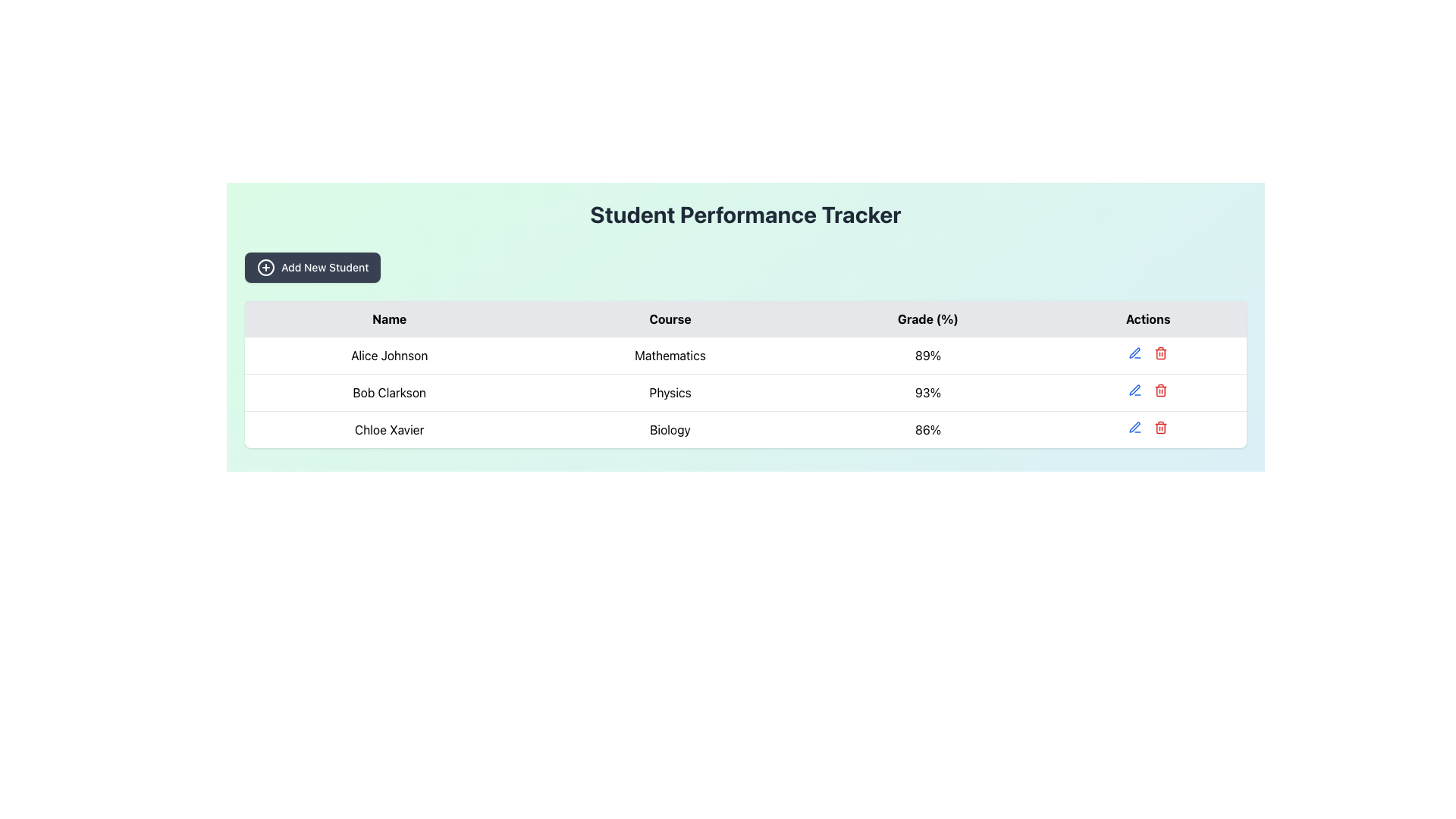 The image size is (1456, 819). What do you see at coordinates (927, 391) in the screenshot?
I see `the text label that displays the grade percentage for the course 'Physics' in the context of student 'Bob Clarkson'` at bounding box center [927, 391].